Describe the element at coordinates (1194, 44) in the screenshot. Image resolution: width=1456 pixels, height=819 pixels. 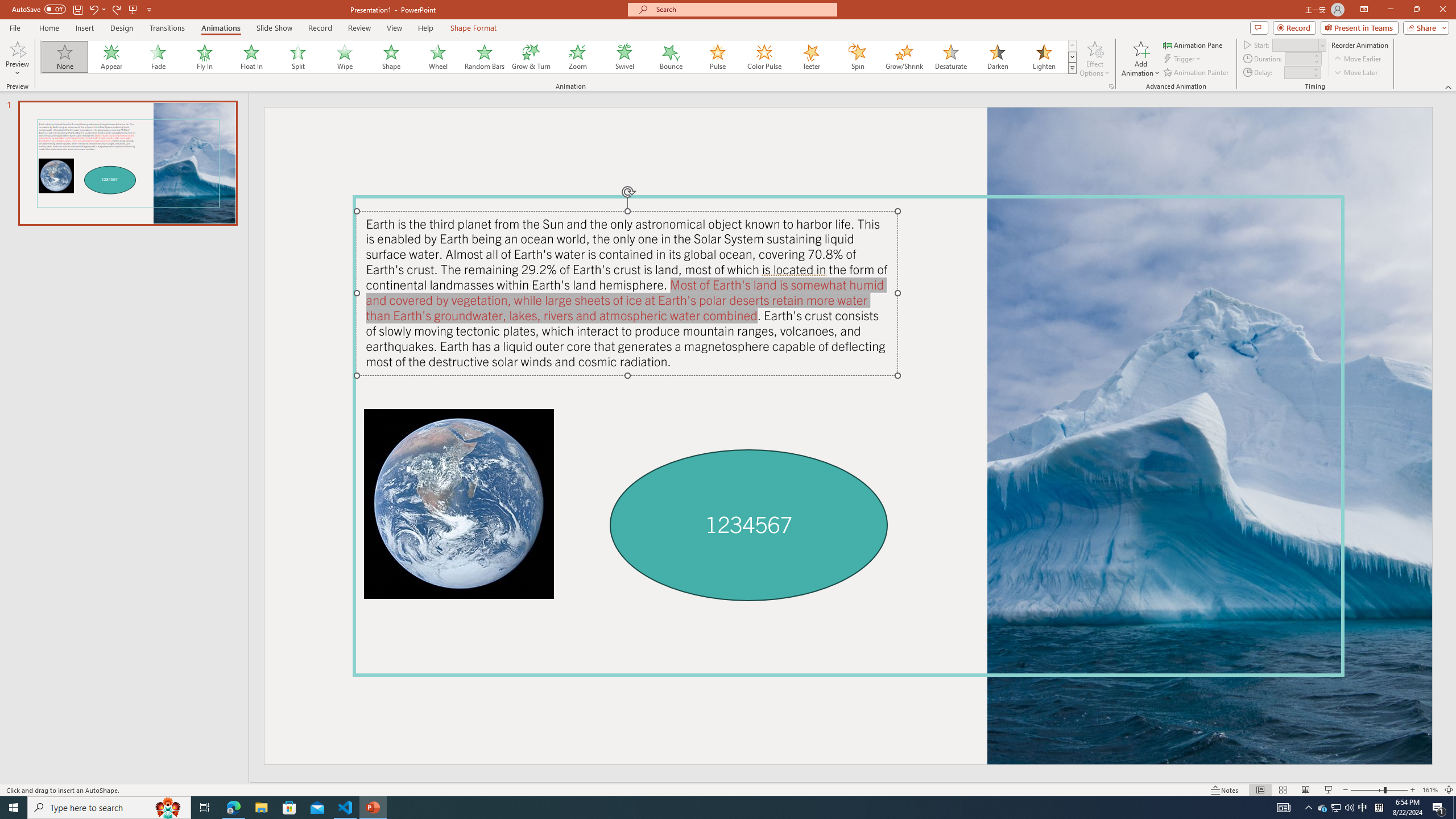
I see `'Animation Pane'` at that location.